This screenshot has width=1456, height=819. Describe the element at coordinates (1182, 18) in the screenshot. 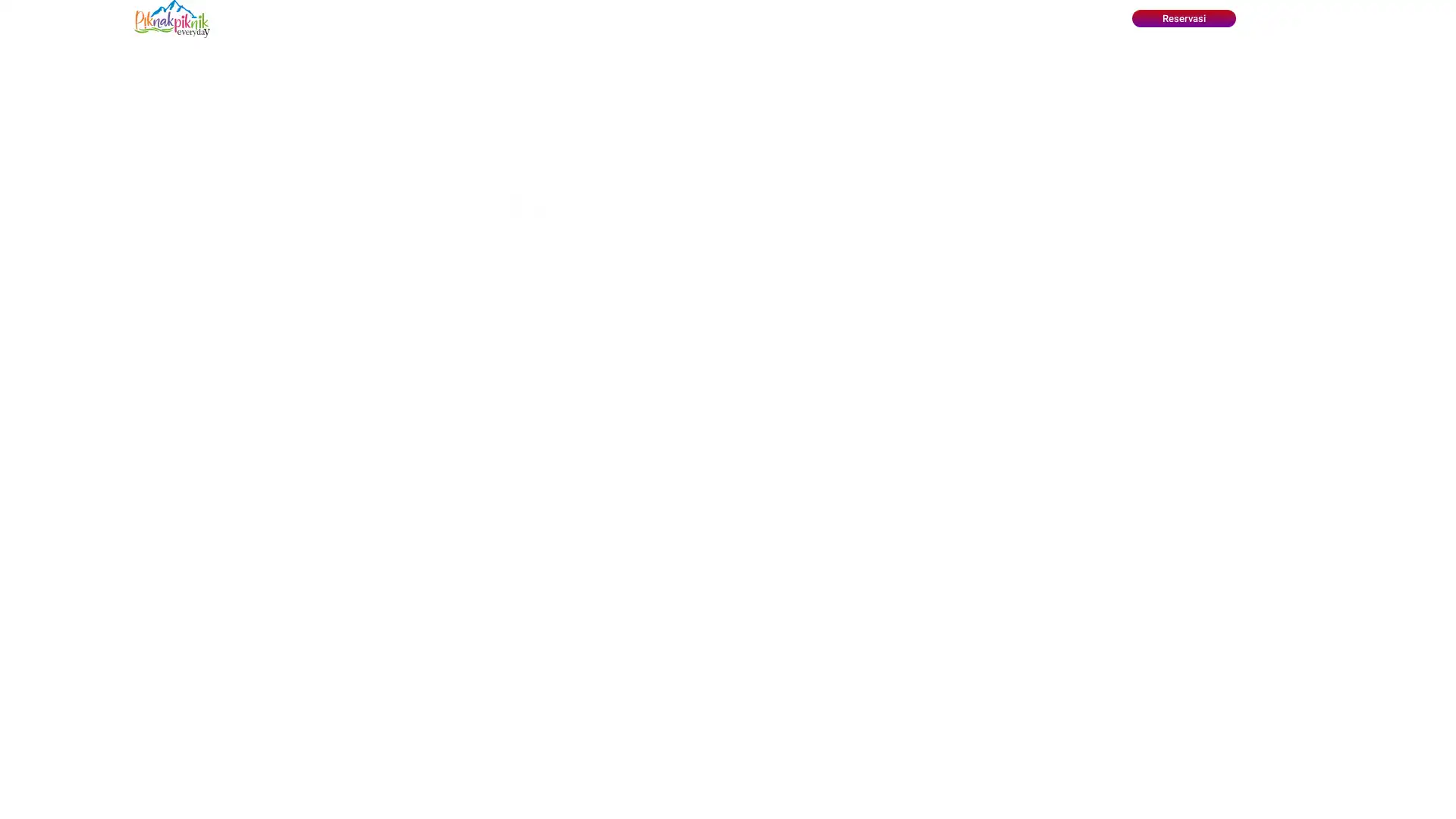

I see `Reservasi` at that location.